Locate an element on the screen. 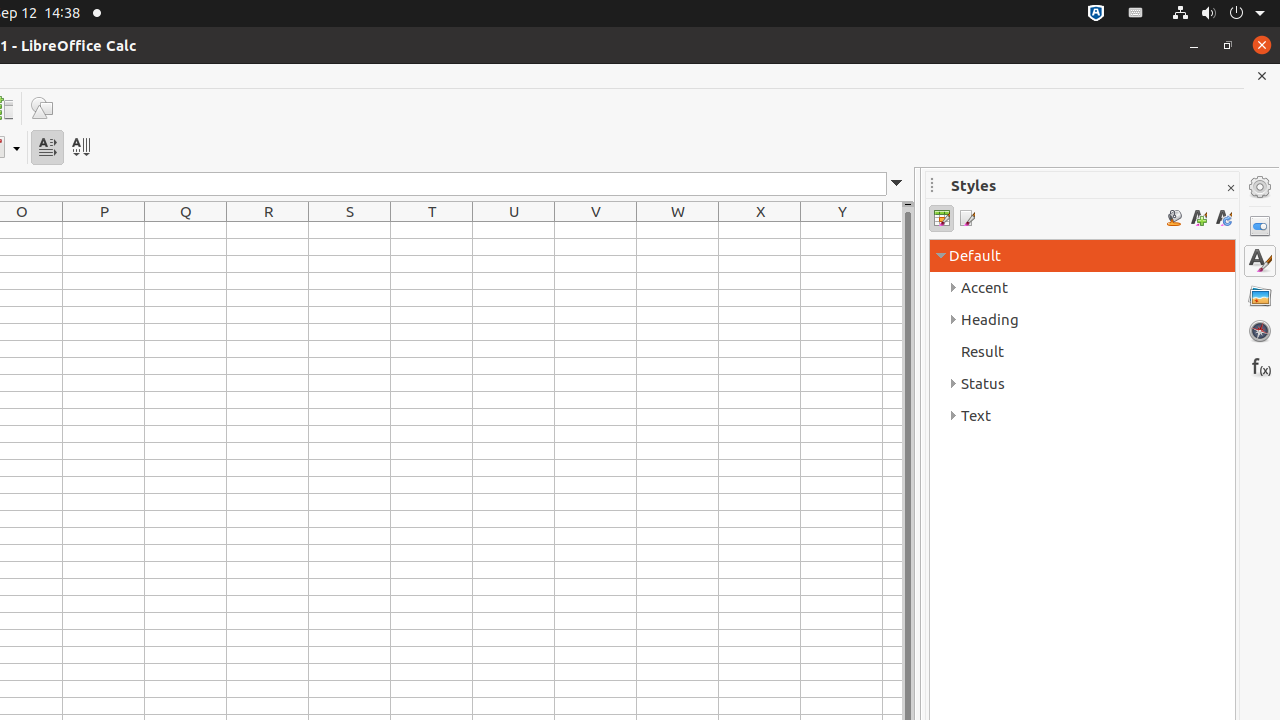 The width and height of the screenshot is (1280, 720). 'U1' is located at coordinates (514, 229).